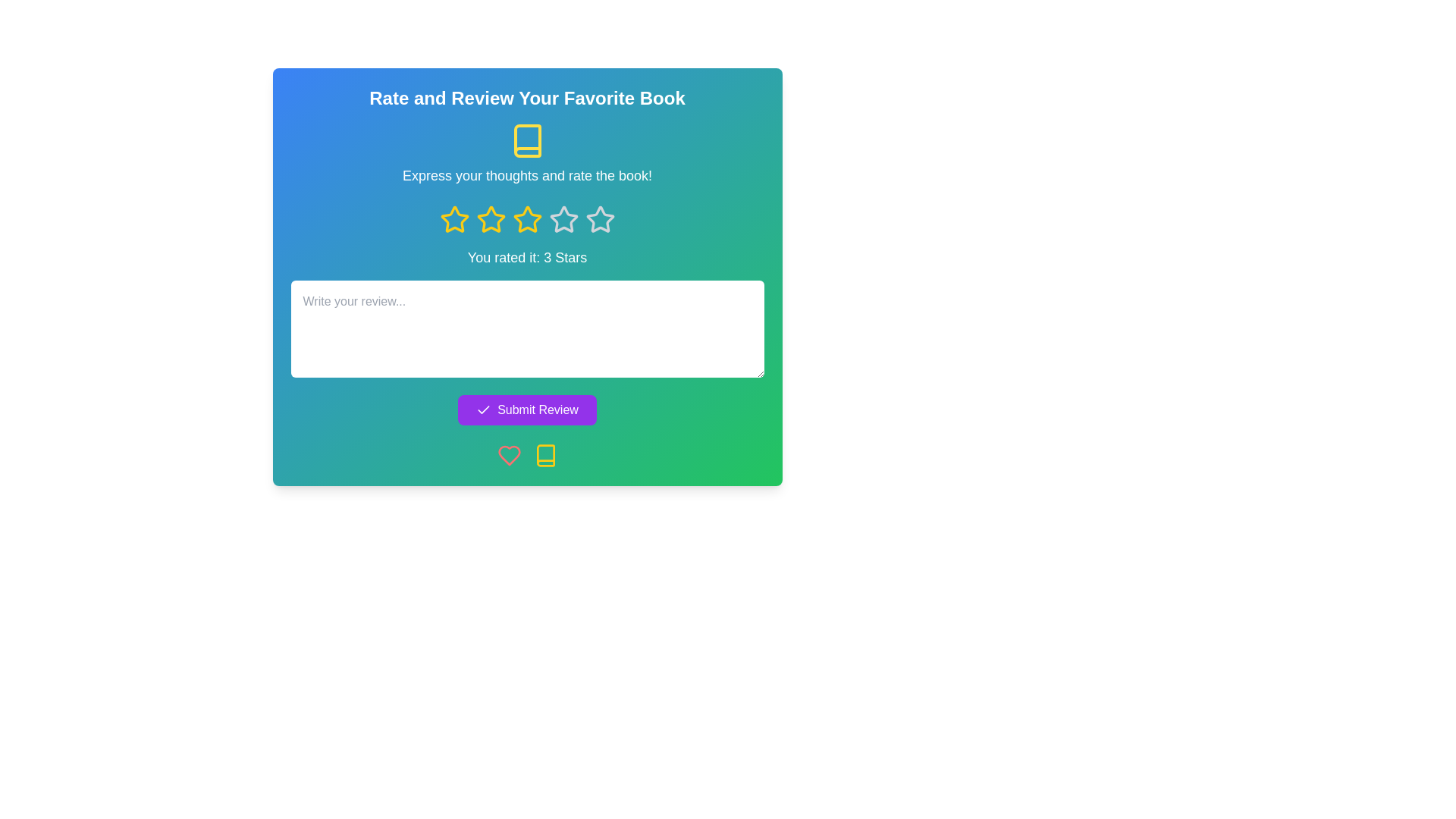  Describe the element at coordinates (527, 99) in the screenshot. I see `the static text heading 'Rate and Review Your Favorite Book' located at the top center of the dialog box` at that location.